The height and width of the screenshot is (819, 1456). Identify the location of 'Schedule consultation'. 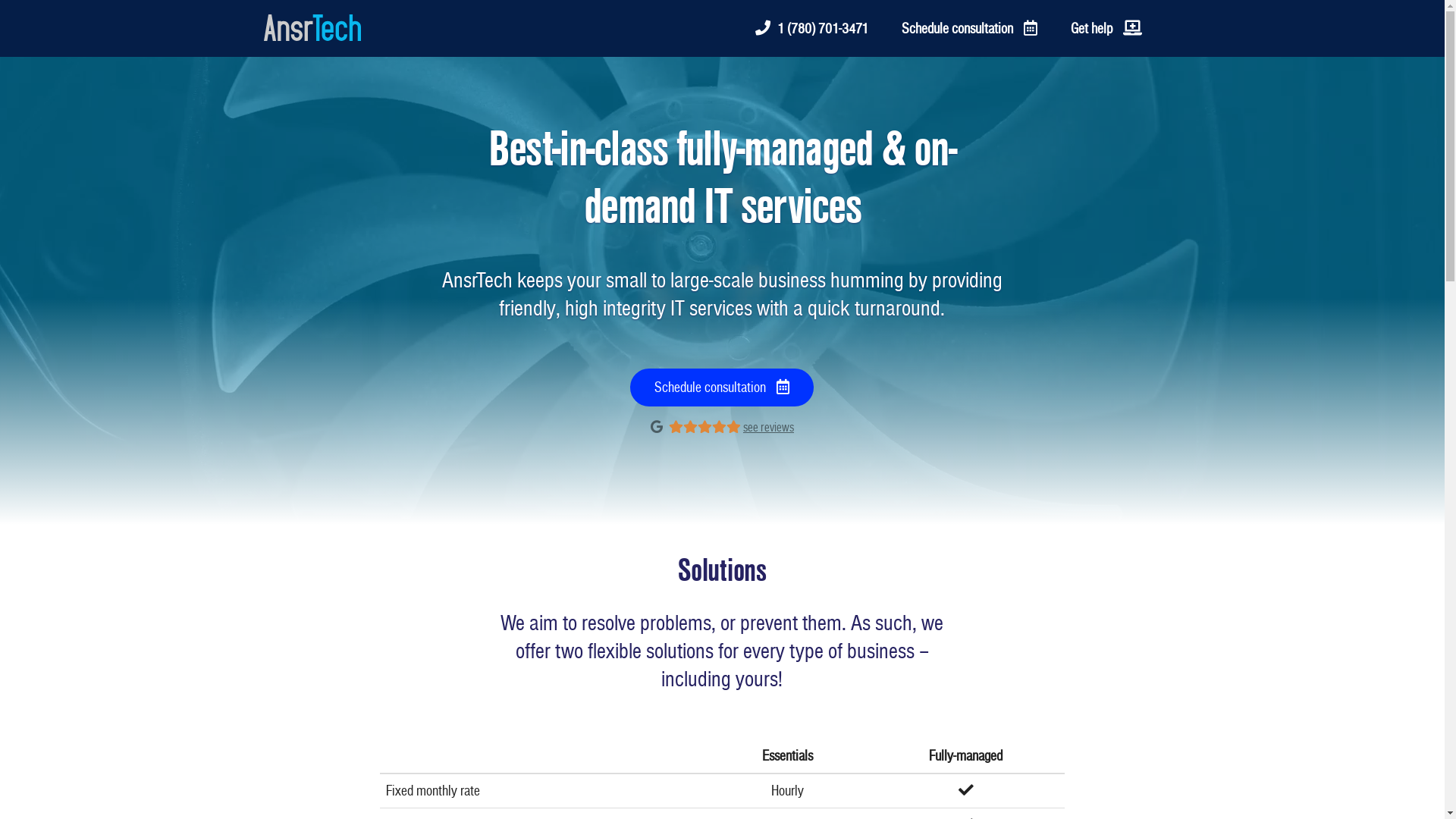
(968, 29).